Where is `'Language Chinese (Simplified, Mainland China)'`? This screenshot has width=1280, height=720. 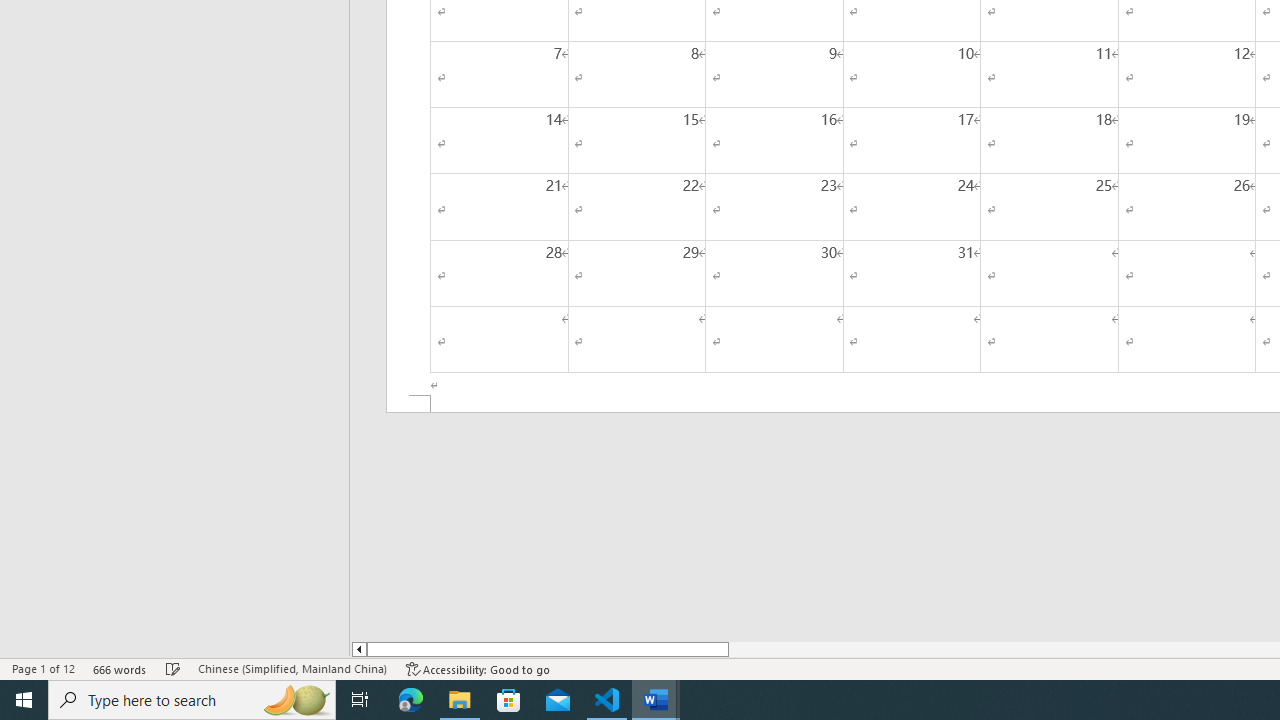 'Language Chinese (Simplified, Mainland China)' is located at coordinates (291, 669).